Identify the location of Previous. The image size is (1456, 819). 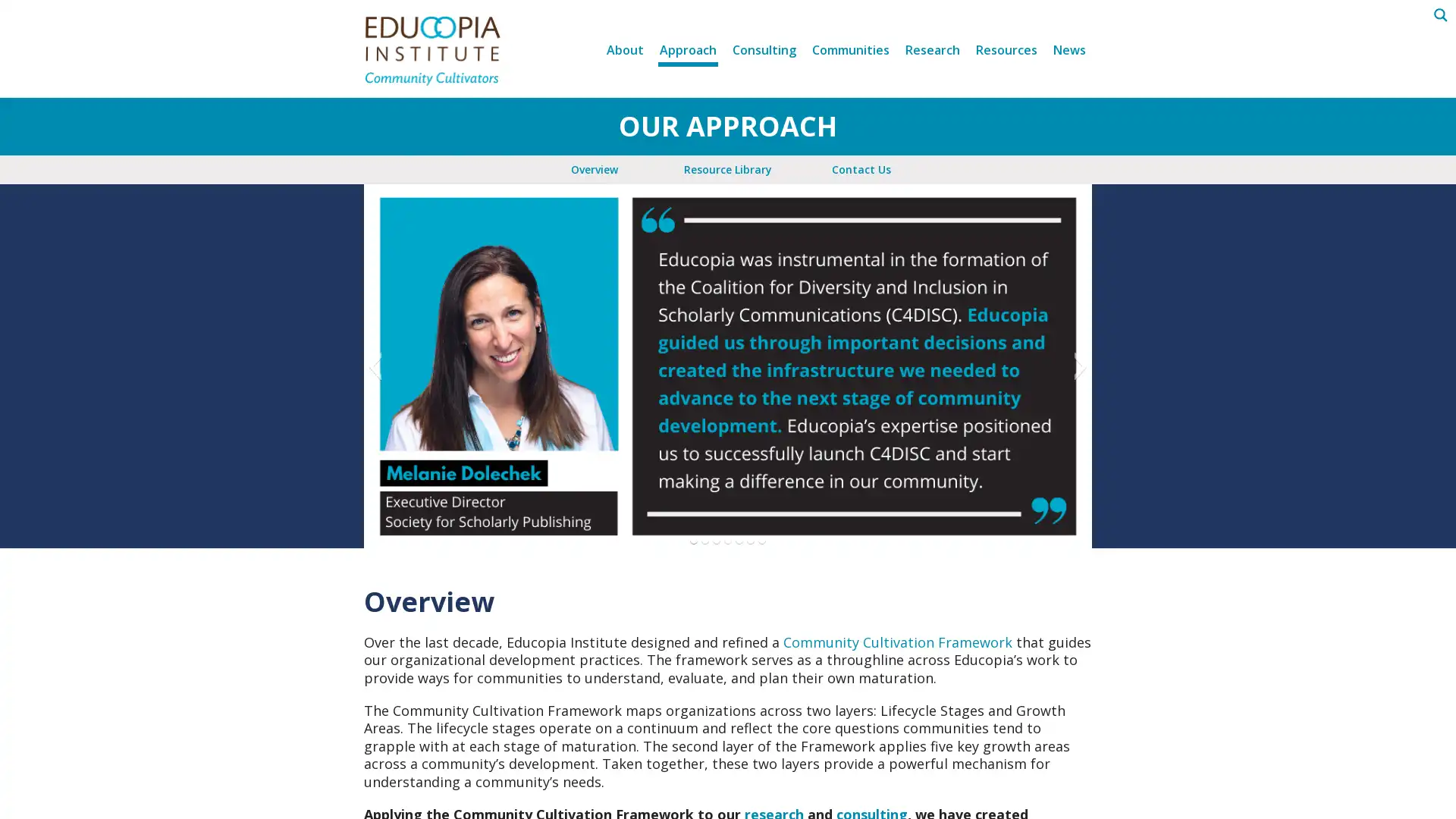
(375, 366).